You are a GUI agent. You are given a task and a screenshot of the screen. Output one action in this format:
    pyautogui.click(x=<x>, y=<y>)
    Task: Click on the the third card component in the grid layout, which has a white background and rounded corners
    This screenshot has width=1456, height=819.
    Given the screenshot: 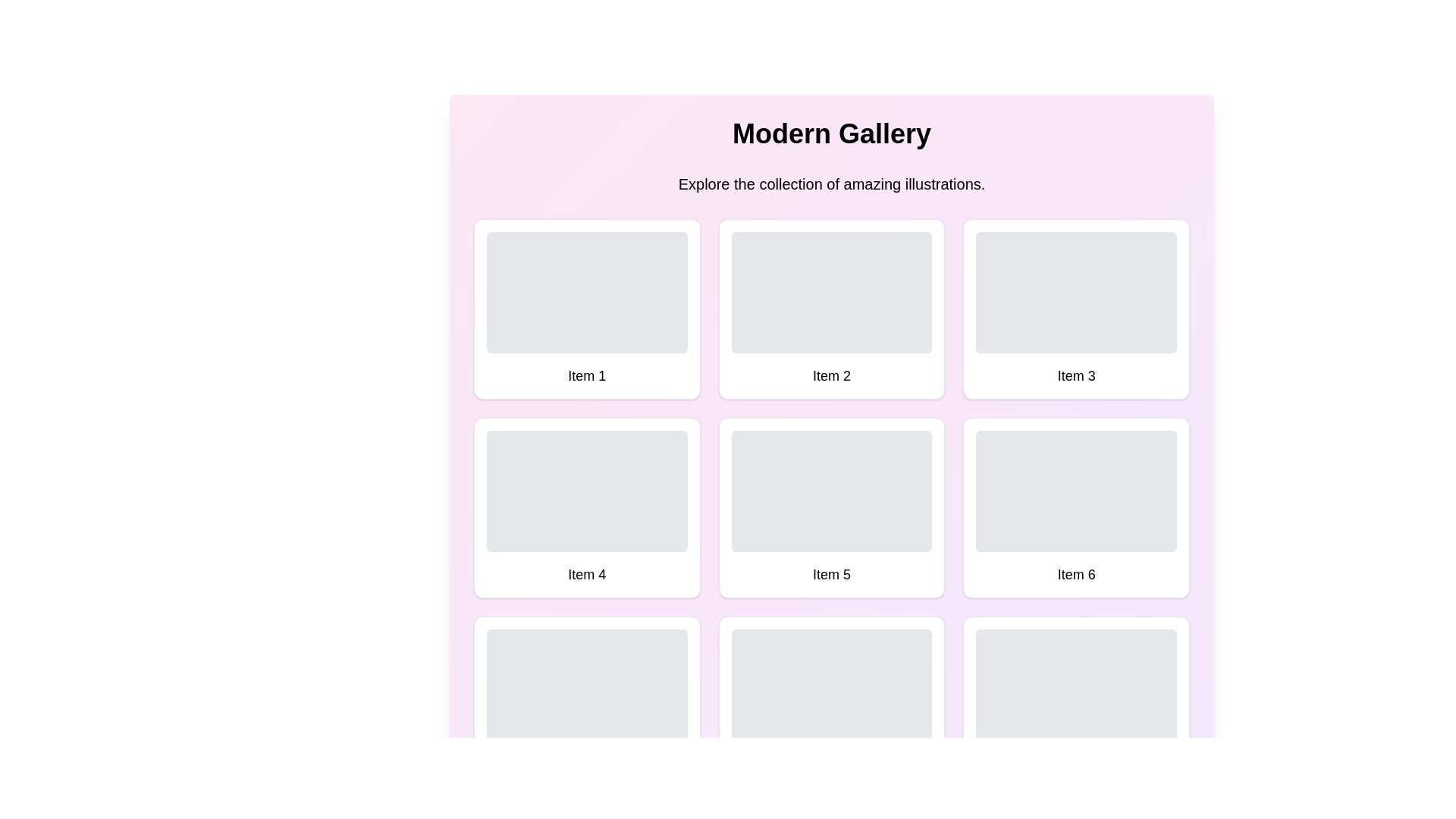 What is the action you would take?
    pyautogui.click(x=1075, y=309)
    